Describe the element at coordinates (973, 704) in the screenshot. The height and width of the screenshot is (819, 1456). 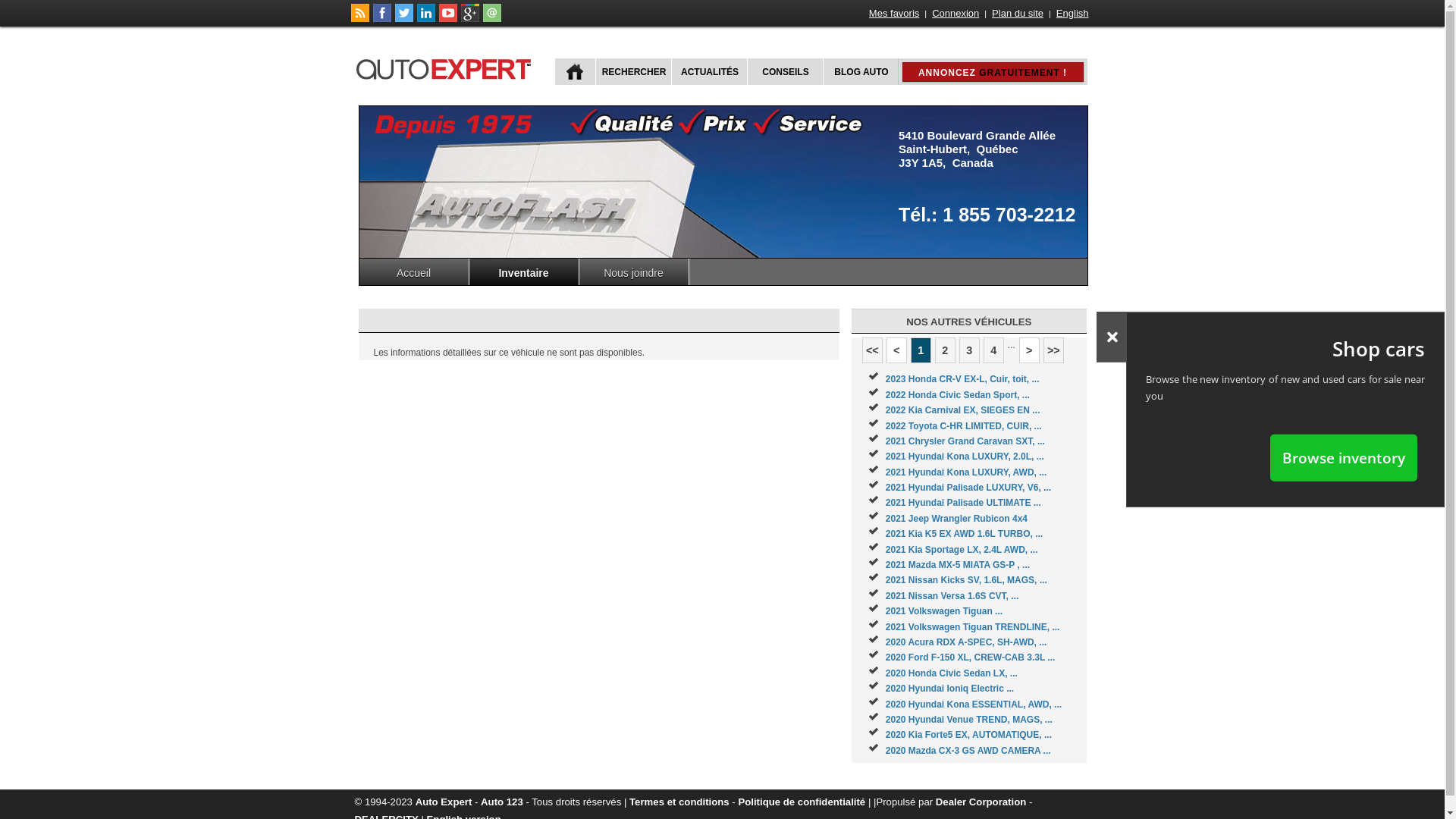
I see `'2020 Hyundai Kona ESSENTIAL, AWD, ...'` at that location.